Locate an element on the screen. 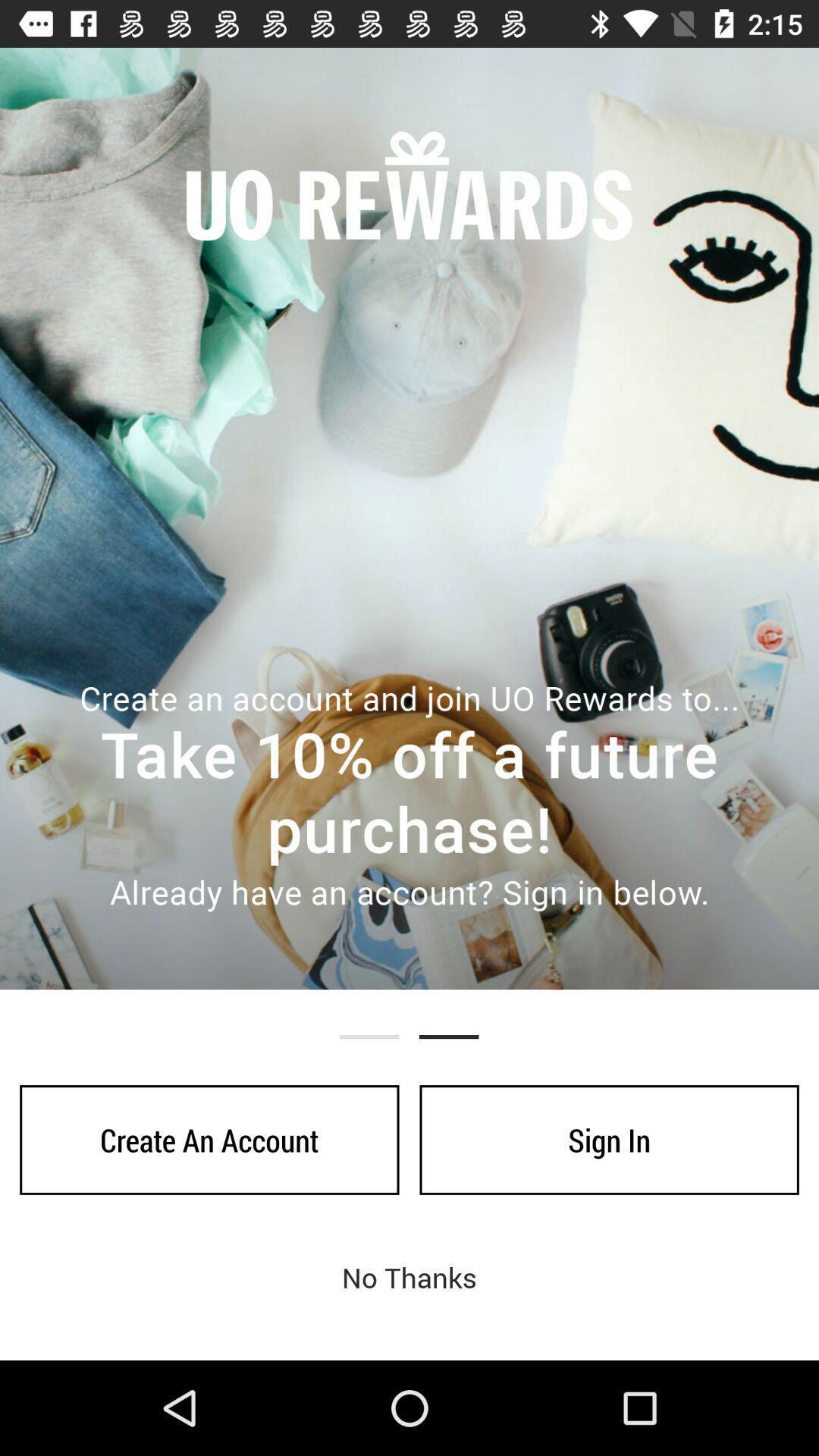  icon next to create an account icon is located at coordinates (608, 1140).